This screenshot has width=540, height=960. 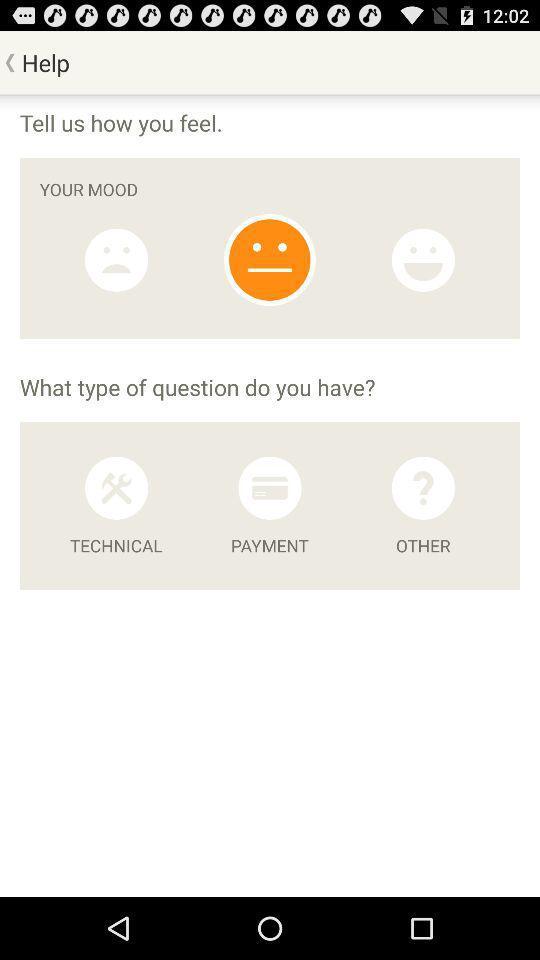 I want to click on unhappy mood, so click(x=116, y=259).